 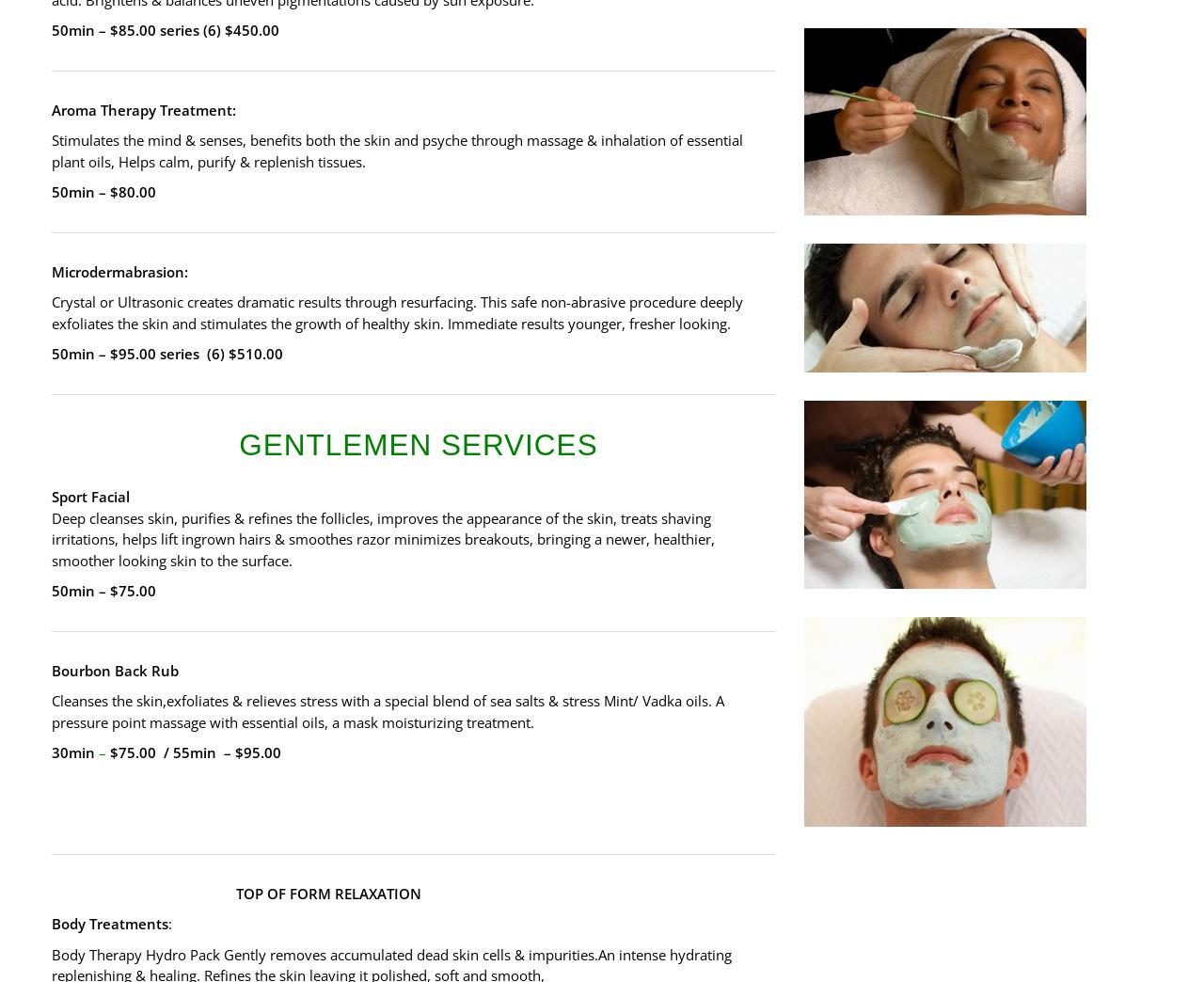 I want to click on '50min – $80.00', so click(x=104, y=191).